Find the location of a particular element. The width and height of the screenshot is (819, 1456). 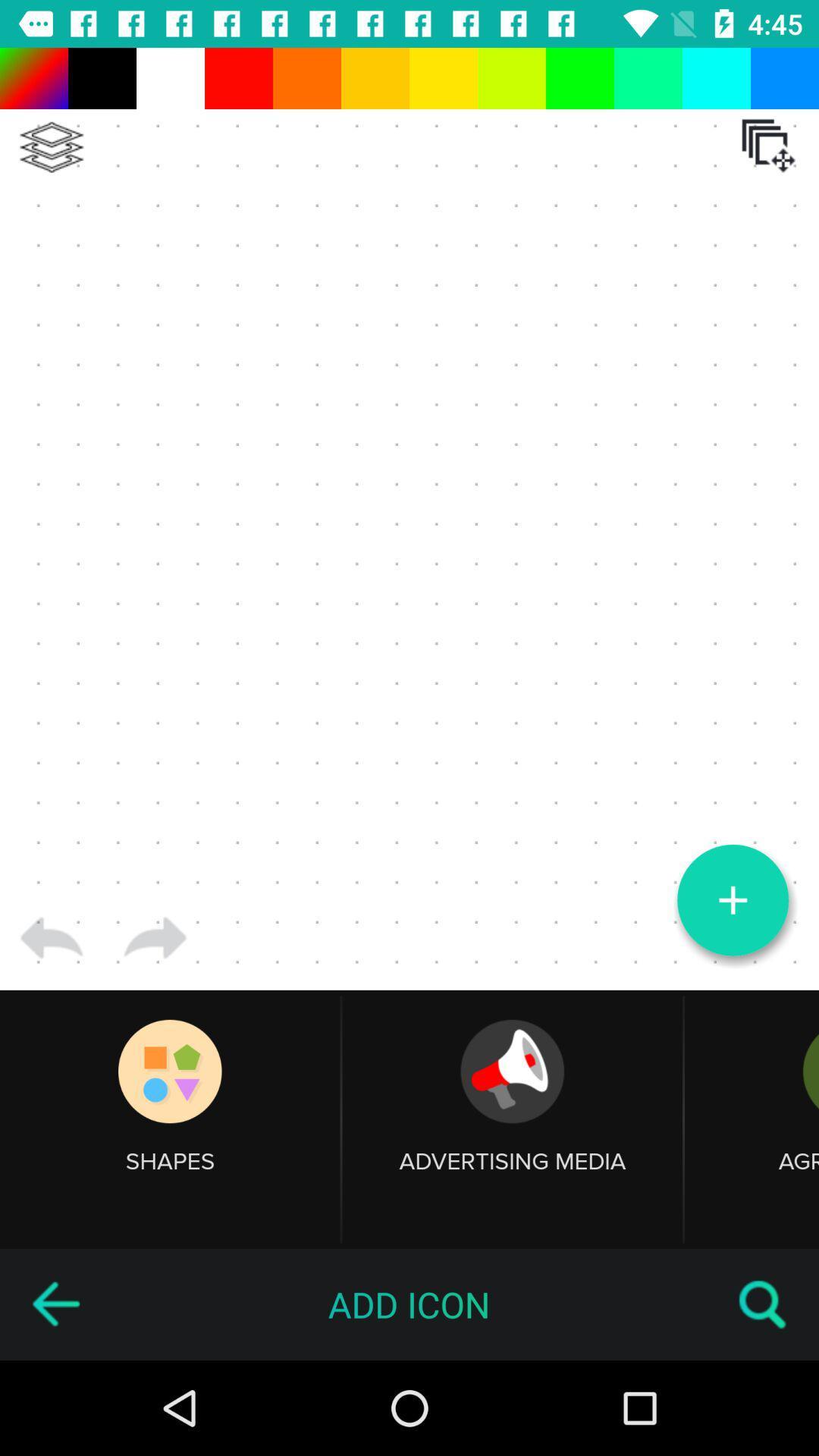

item next to the add icon icon is located at coordinates (55, 1304).